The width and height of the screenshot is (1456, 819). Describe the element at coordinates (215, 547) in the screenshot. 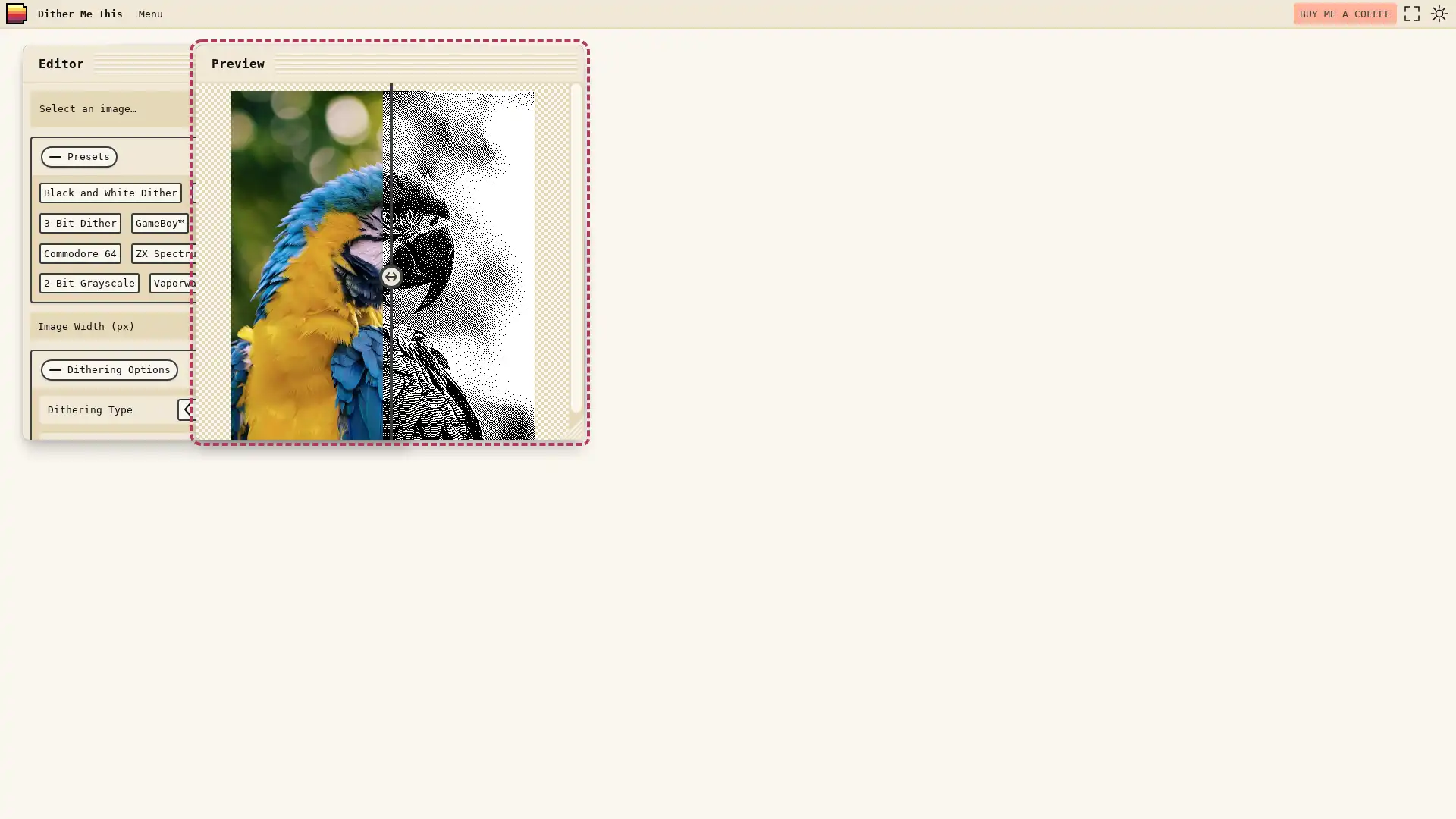

I see `DITHER` at that location.